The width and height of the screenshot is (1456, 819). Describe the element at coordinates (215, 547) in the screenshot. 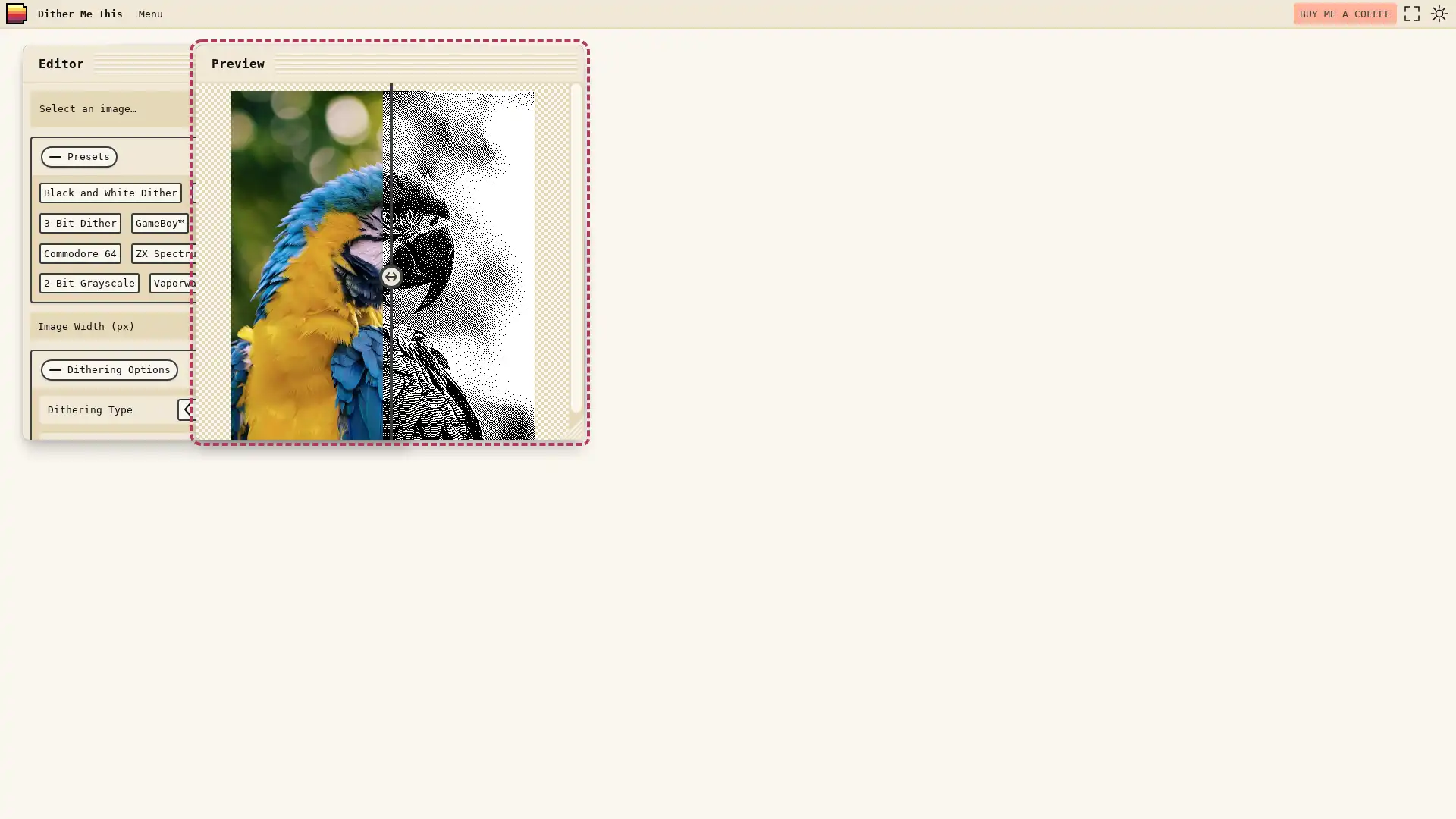

I see `DITHER` at that location.